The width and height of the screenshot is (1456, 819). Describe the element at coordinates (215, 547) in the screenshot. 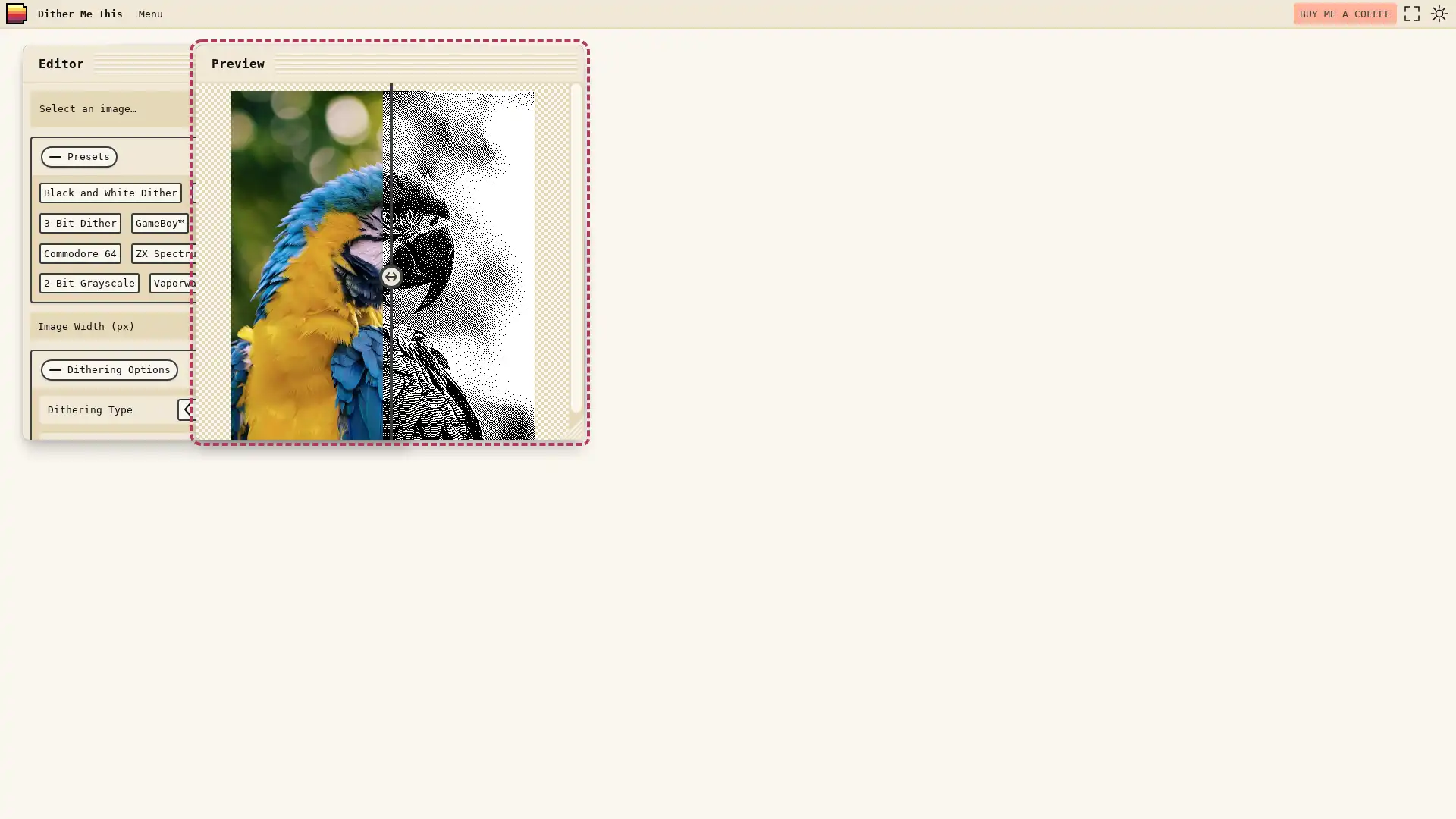

I see `DITHER` at that location.